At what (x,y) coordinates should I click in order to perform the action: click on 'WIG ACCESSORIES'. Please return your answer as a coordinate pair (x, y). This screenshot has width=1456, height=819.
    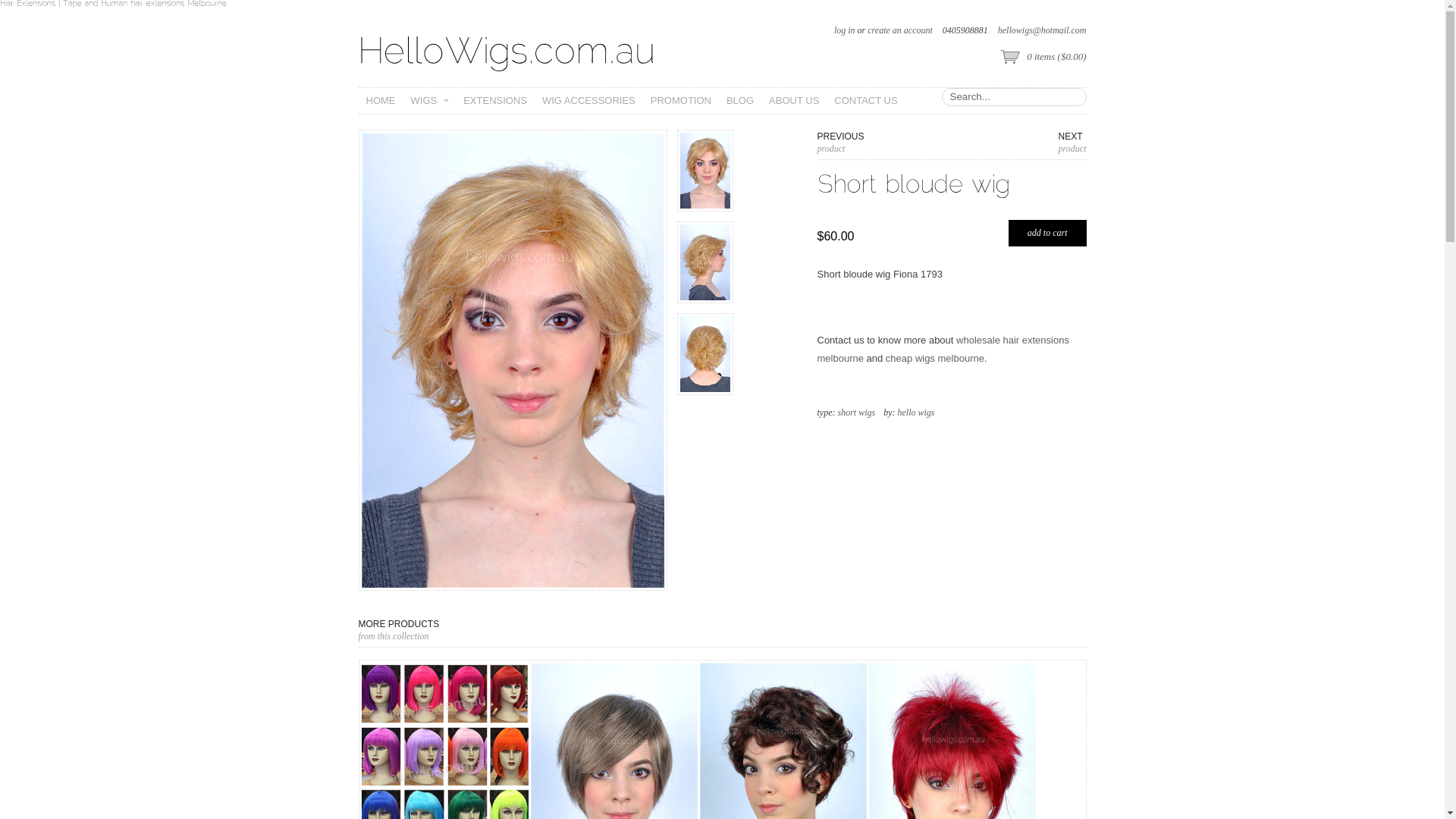
    Looking at the image, I should click on (535, 100).